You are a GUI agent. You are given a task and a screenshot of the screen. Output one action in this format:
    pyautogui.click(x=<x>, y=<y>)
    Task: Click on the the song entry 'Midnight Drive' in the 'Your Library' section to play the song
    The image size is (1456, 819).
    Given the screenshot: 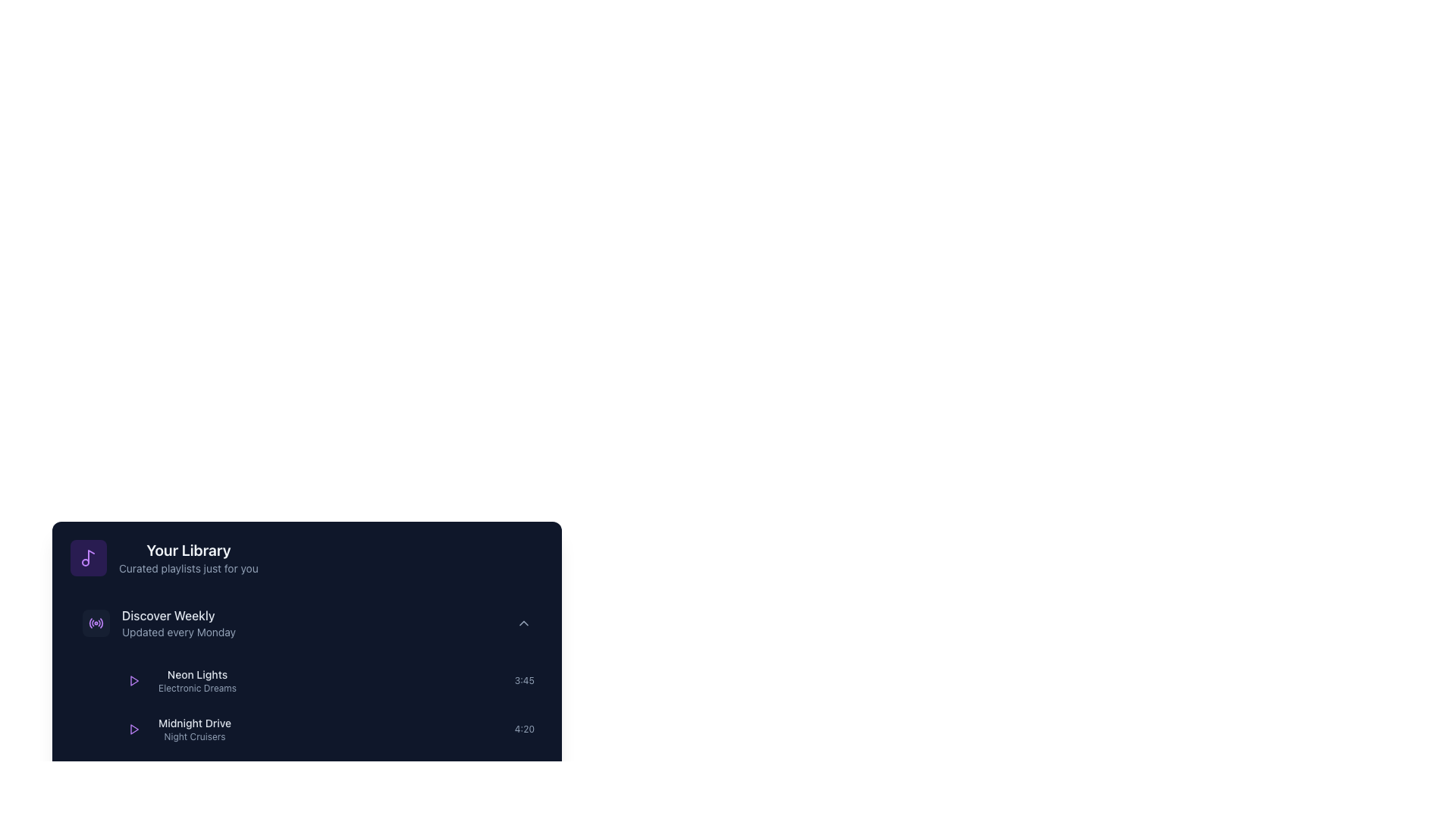 What is the action you would take?
    pyautogui.click(x=327, y=728)
    